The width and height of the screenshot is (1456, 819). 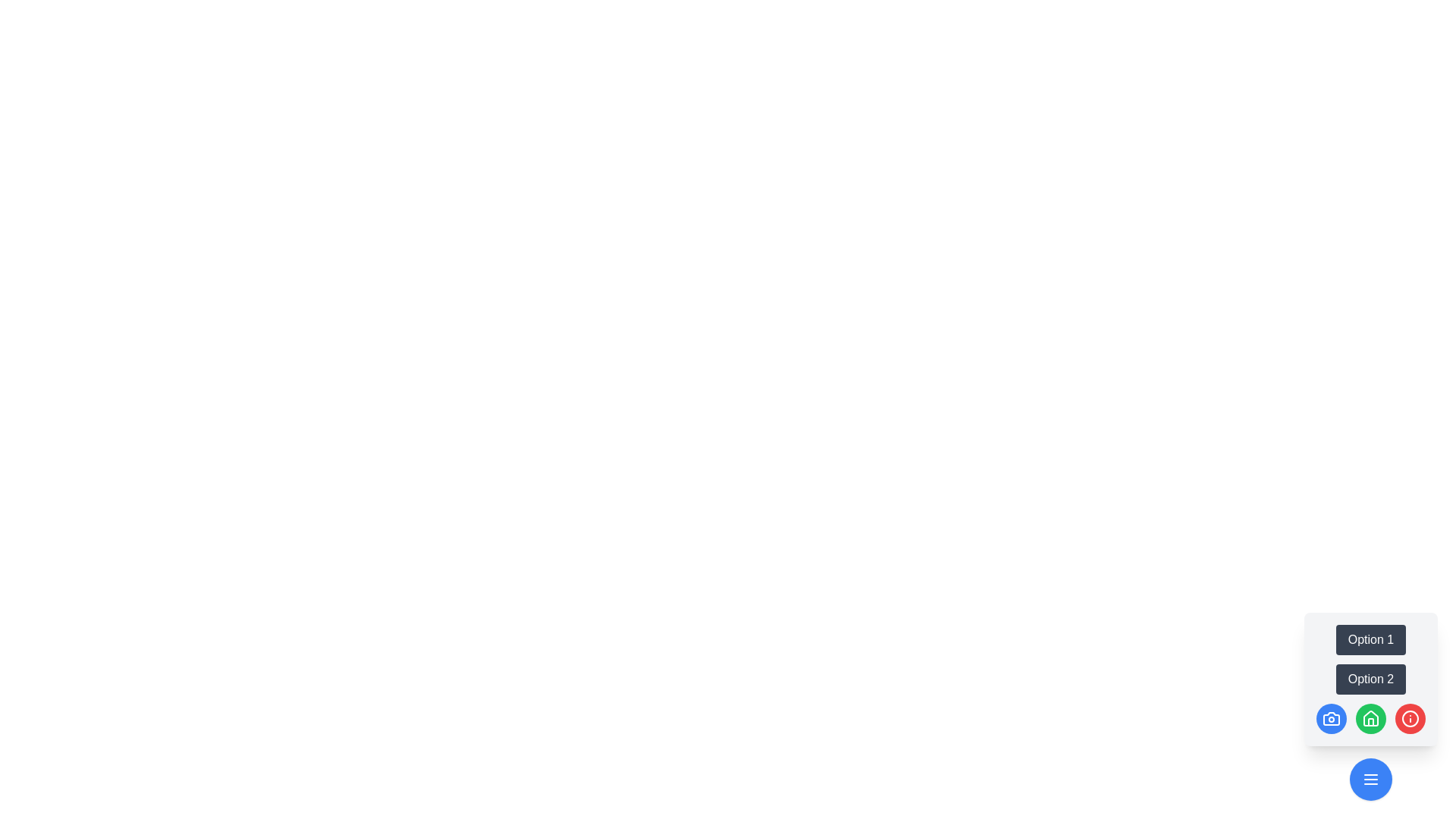 What do you see at coordinates (1371, 780) in the screenshot?
I see `the circular button with a blue background and a white menu icon` at bounding box center [1371, 780].